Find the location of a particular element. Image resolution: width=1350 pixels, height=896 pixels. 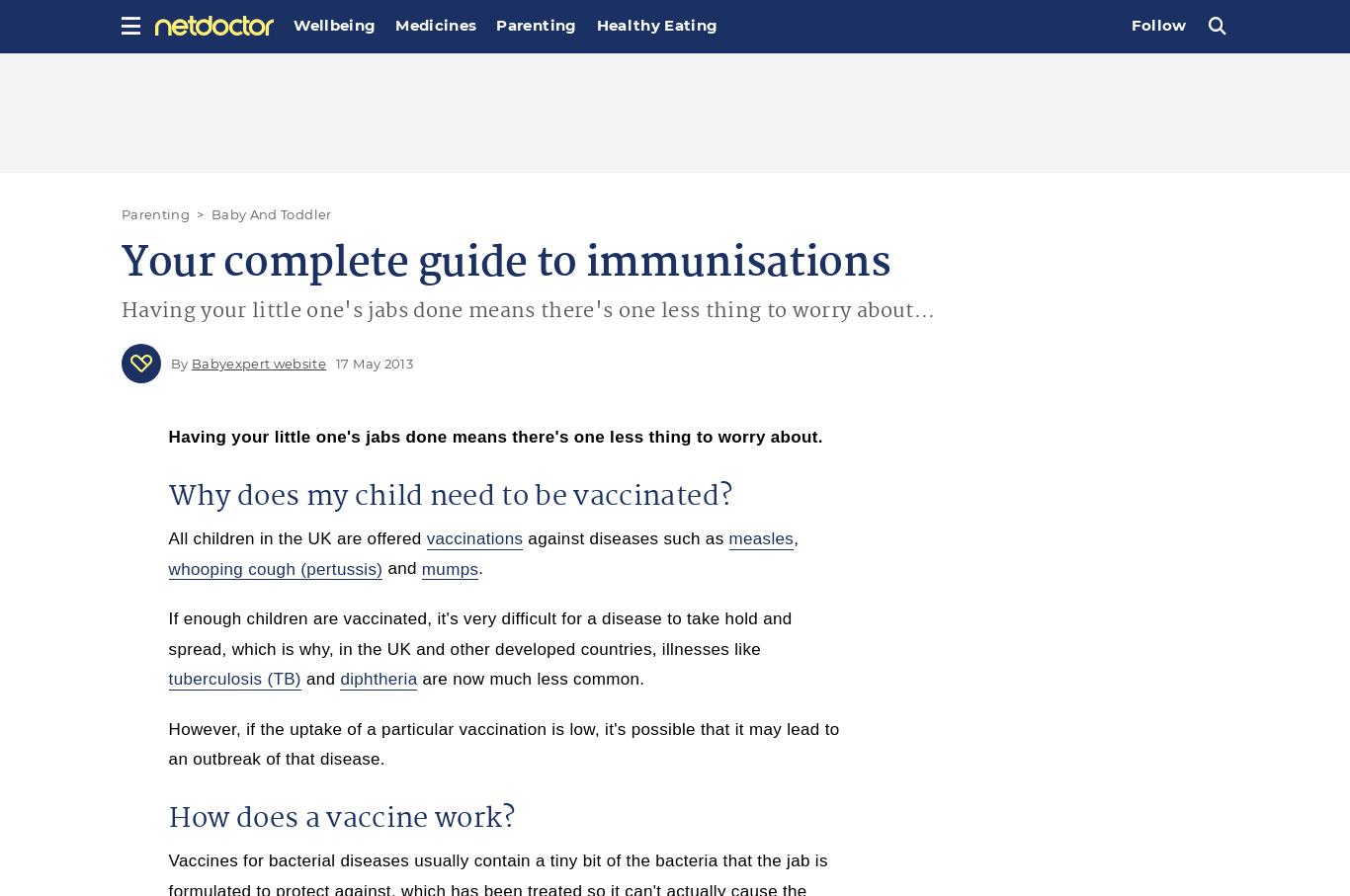

'vaccinations' is located at coordinates (474, 537).